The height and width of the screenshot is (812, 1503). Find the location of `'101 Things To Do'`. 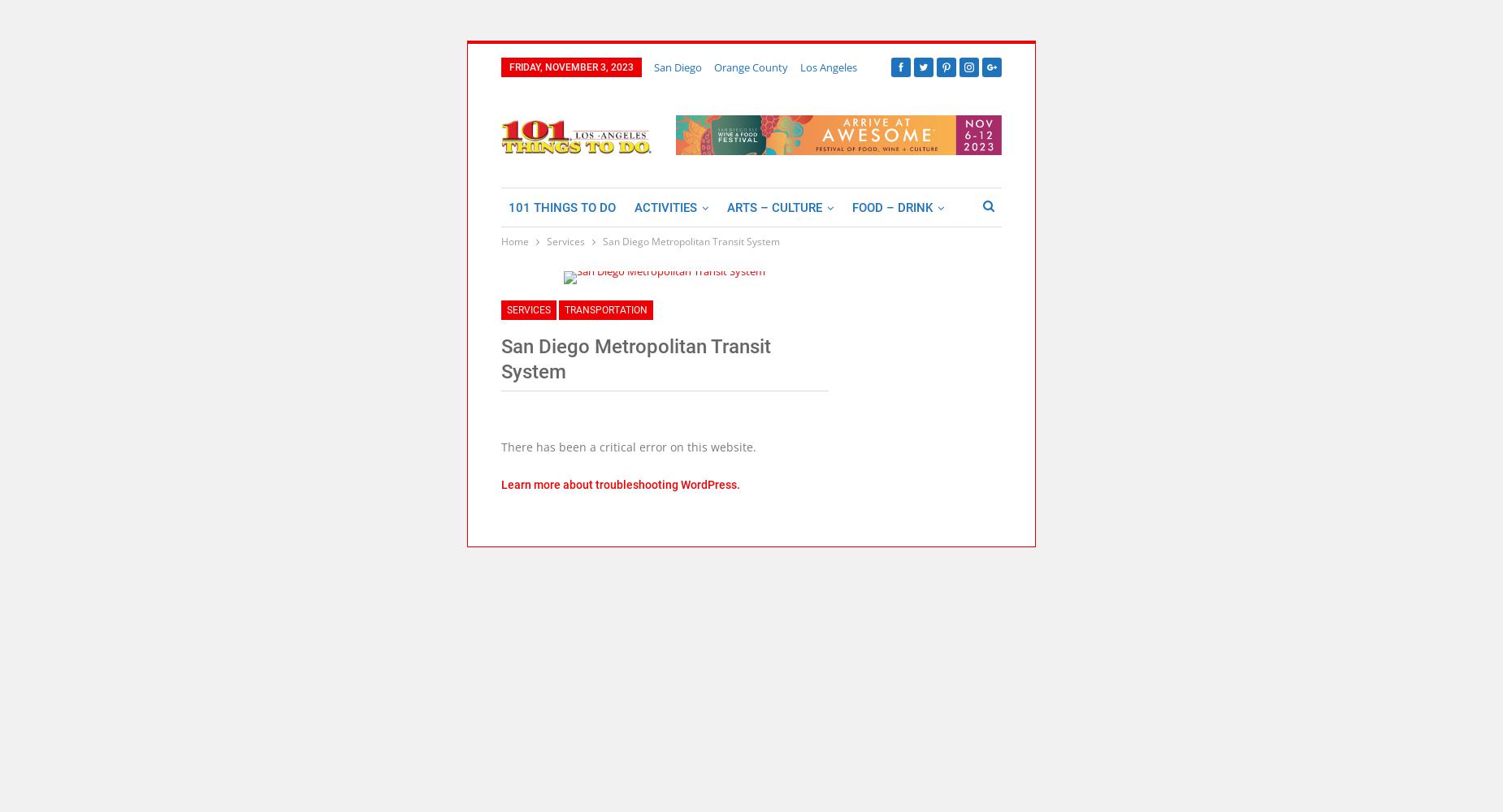

'101 Things To Do' is located at coordinates (562, 207).